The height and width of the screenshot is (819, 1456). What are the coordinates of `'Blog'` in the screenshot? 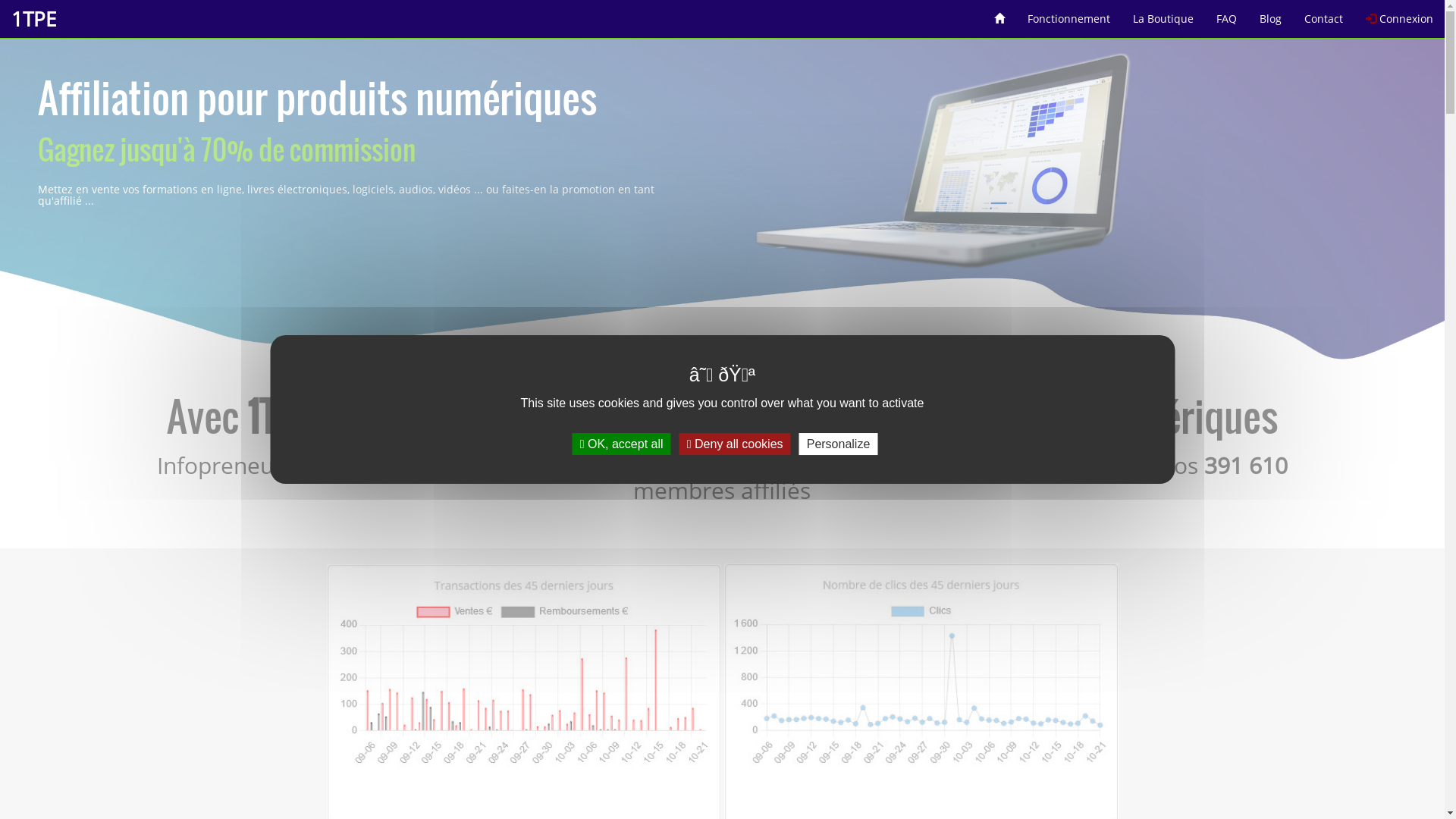 It's located at (1270, 13).